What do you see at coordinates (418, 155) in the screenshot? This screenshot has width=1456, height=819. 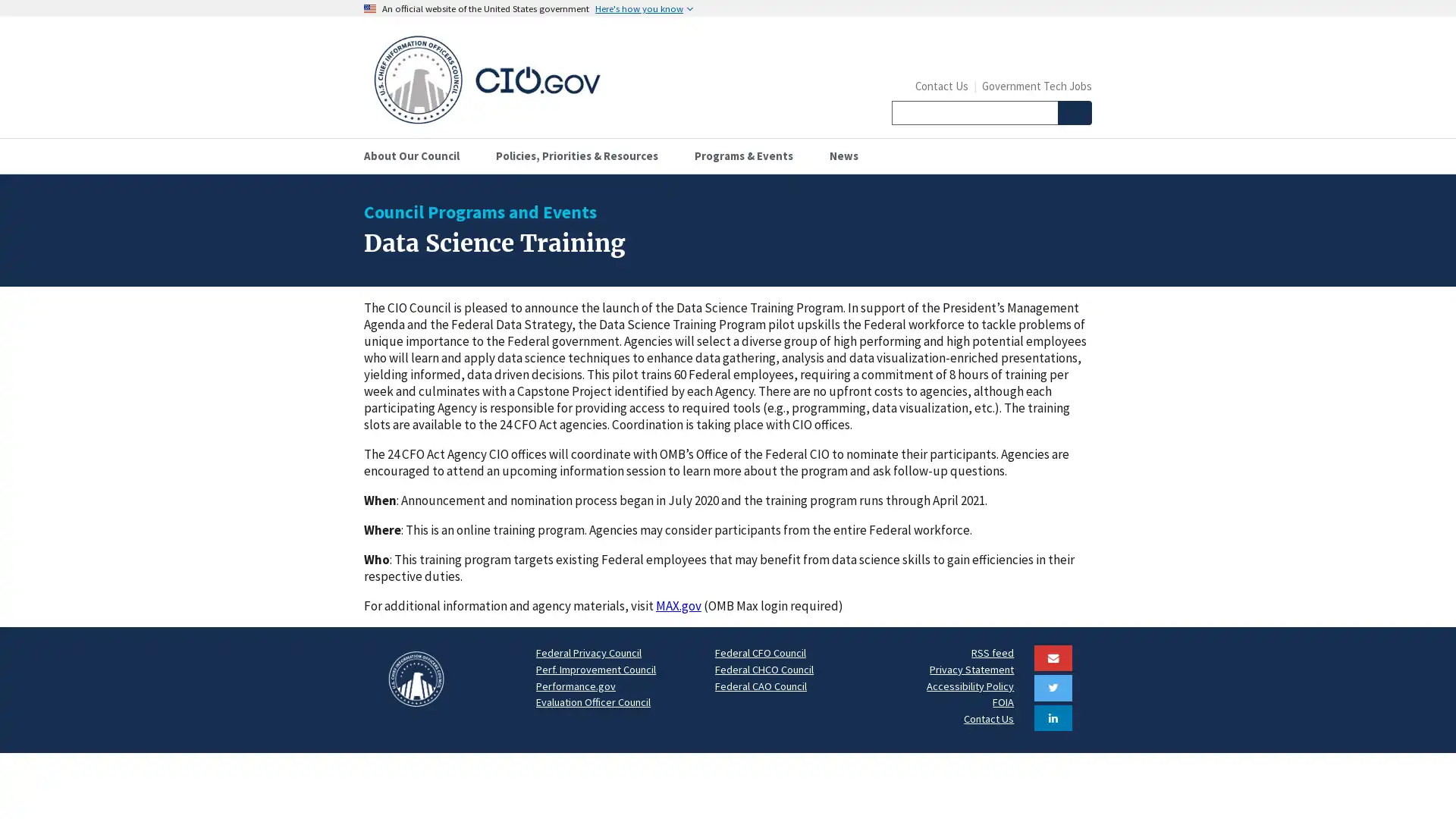 I see `About Our Council` at bounding box center [418, 155].